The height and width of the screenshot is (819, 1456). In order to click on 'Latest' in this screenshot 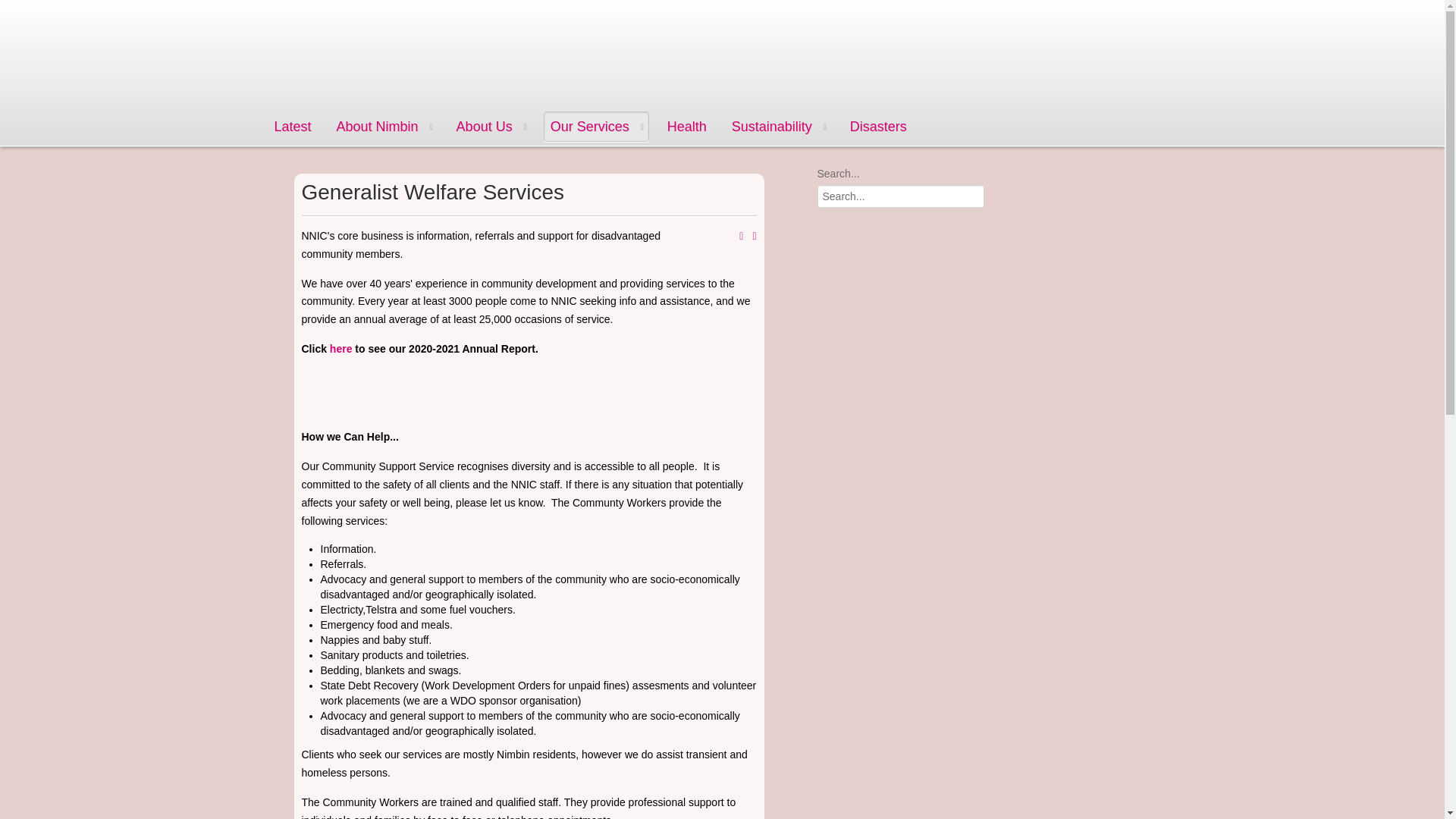, I will do `click(268, 125)`.